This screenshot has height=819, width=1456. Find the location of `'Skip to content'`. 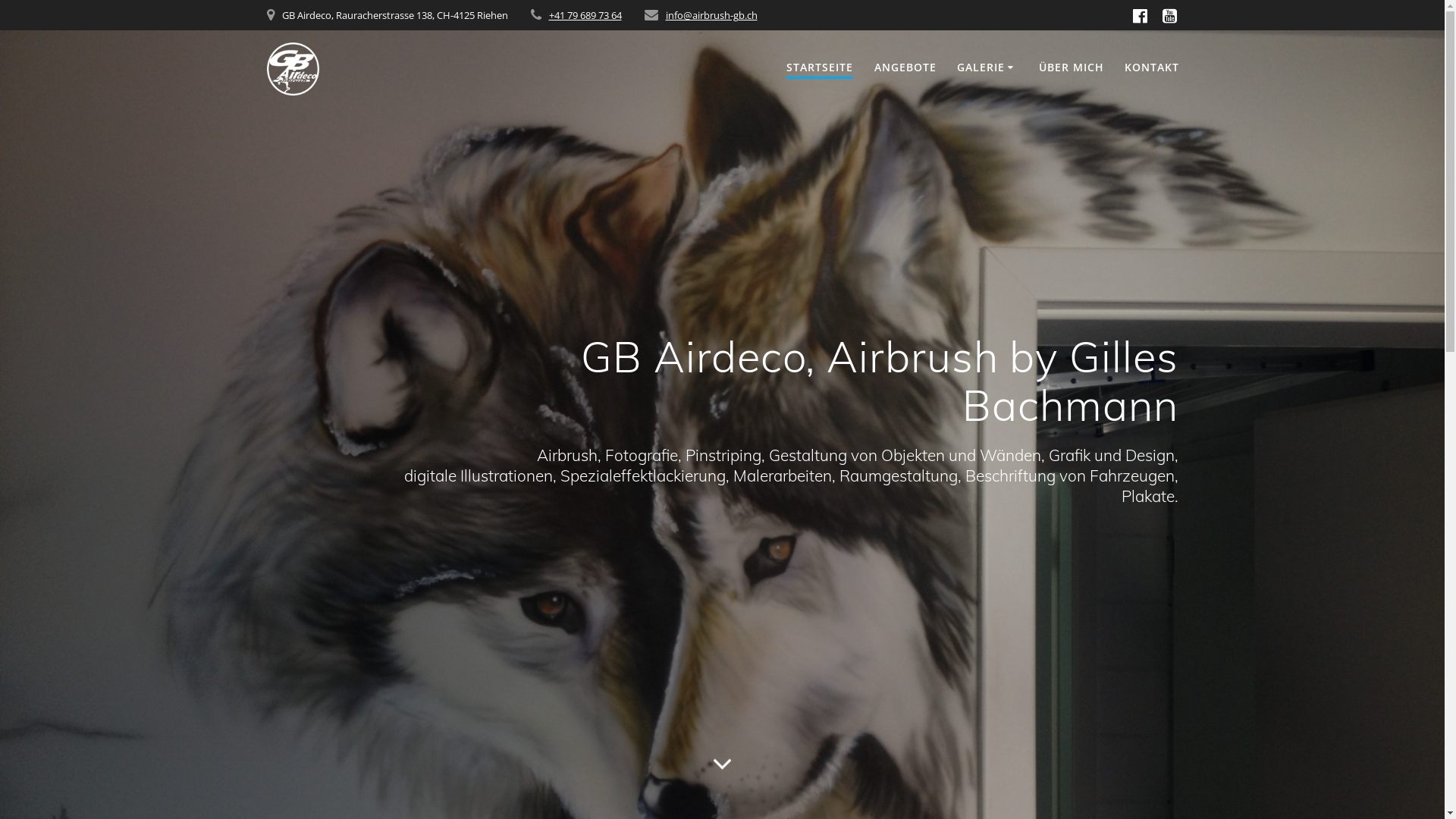

'Skip to content' is located at coordinates (0, 0).